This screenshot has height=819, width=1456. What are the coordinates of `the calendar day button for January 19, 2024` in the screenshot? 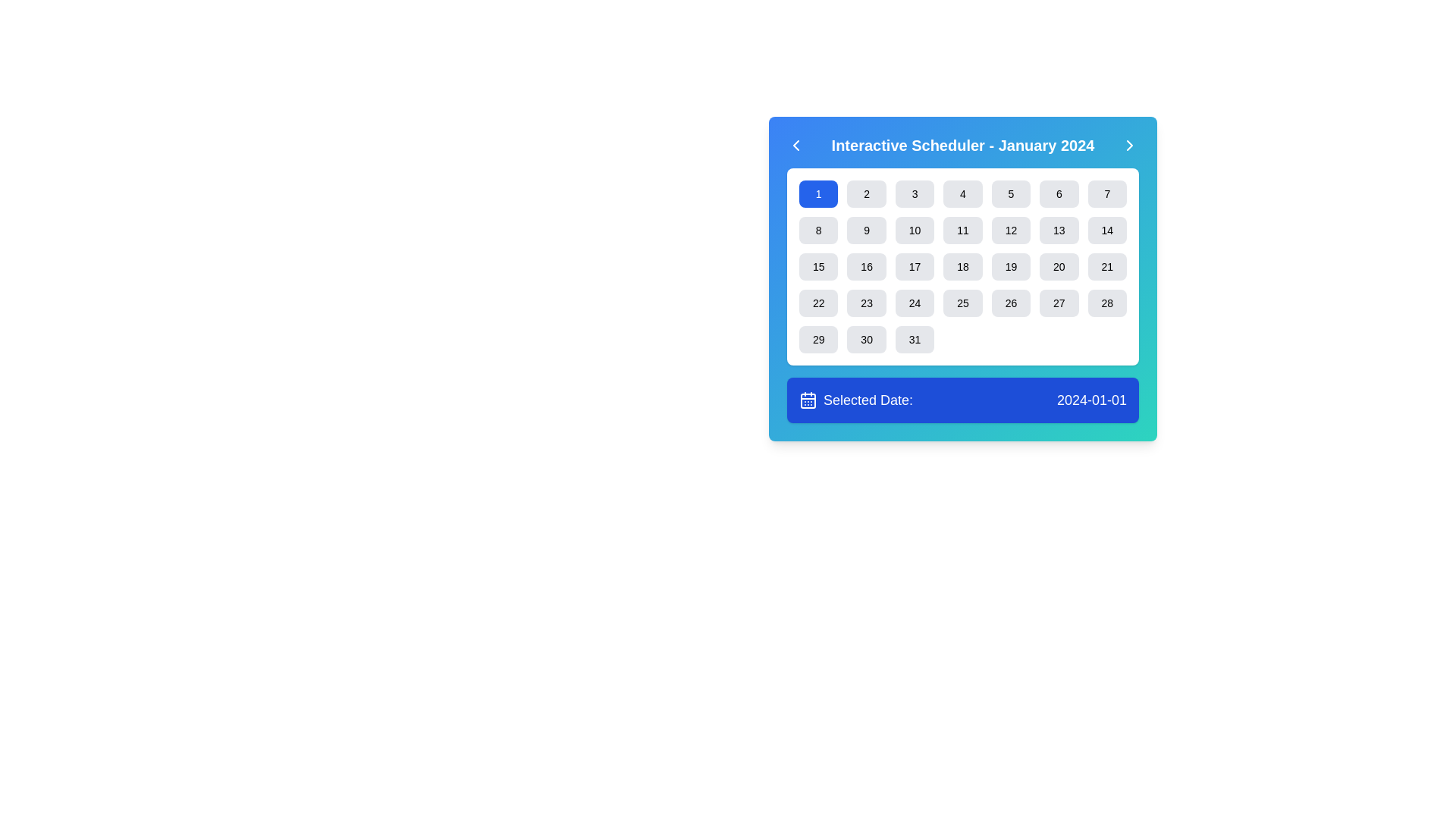 It's located at (1011, 265).